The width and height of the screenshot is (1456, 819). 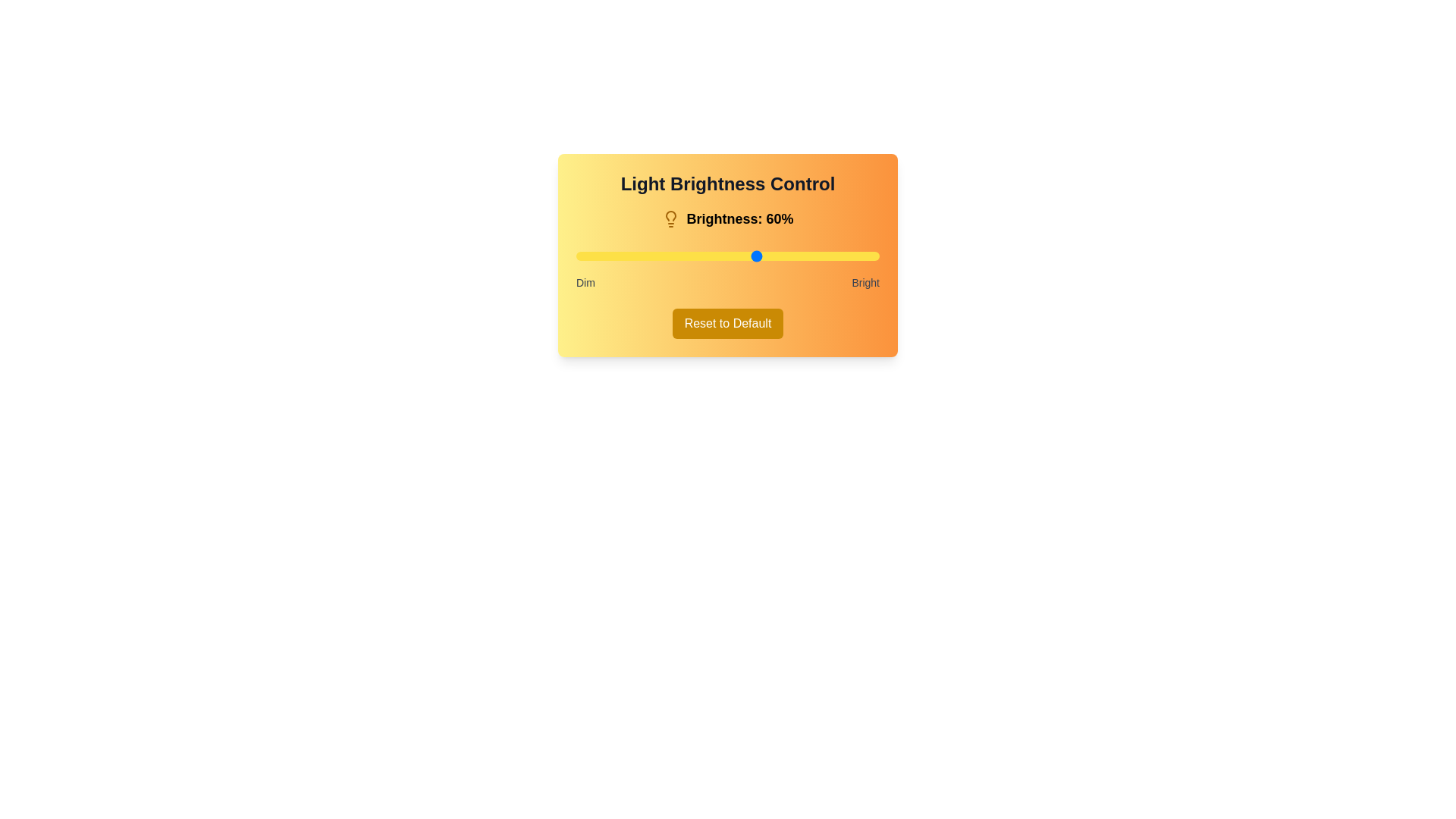 I want to click on the brightness to 51% using the slider, so click(x=731, y=256).